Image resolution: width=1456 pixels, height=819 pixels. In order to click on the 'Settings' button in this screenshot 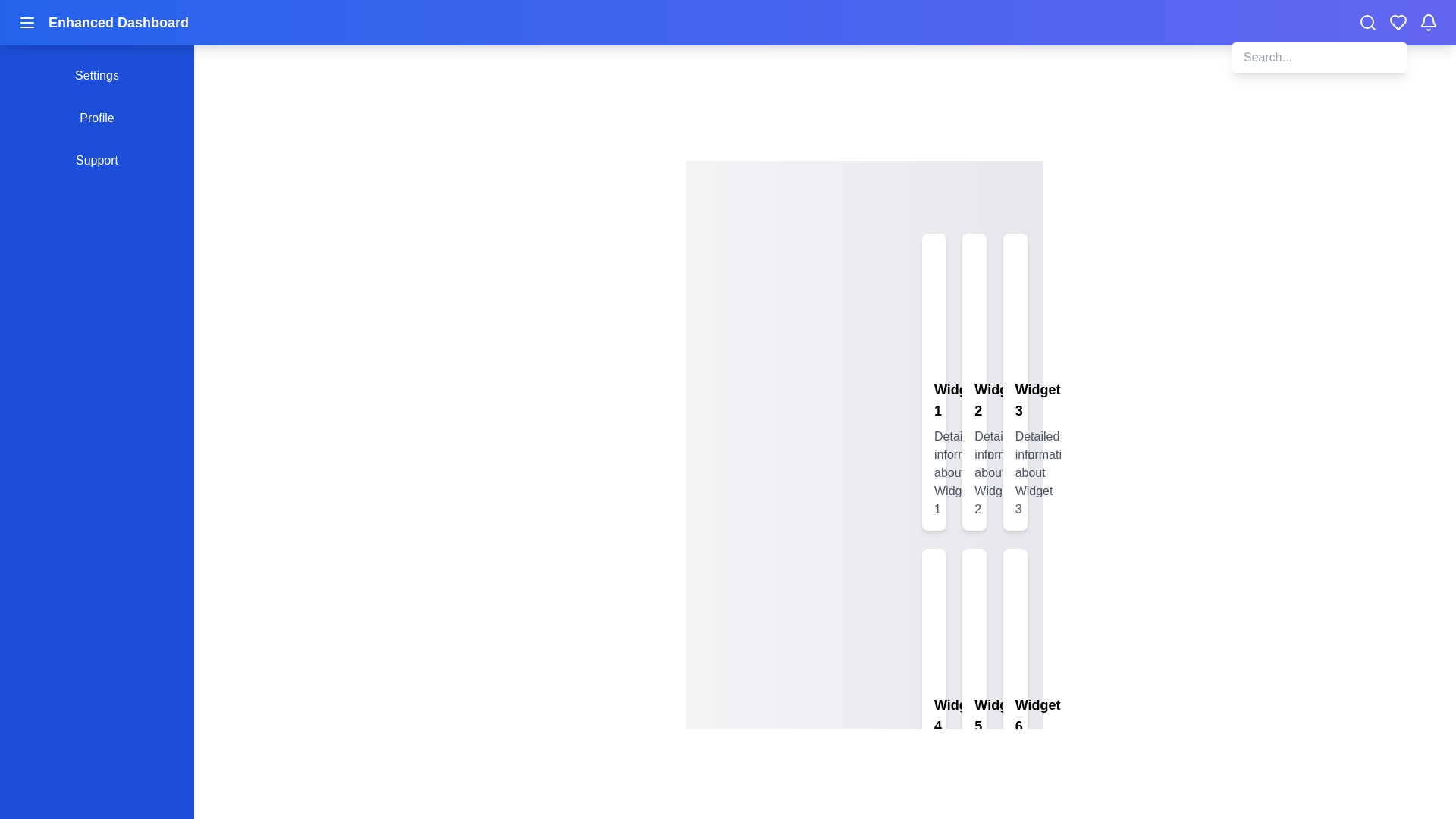, I will do `click(96, 76)`.